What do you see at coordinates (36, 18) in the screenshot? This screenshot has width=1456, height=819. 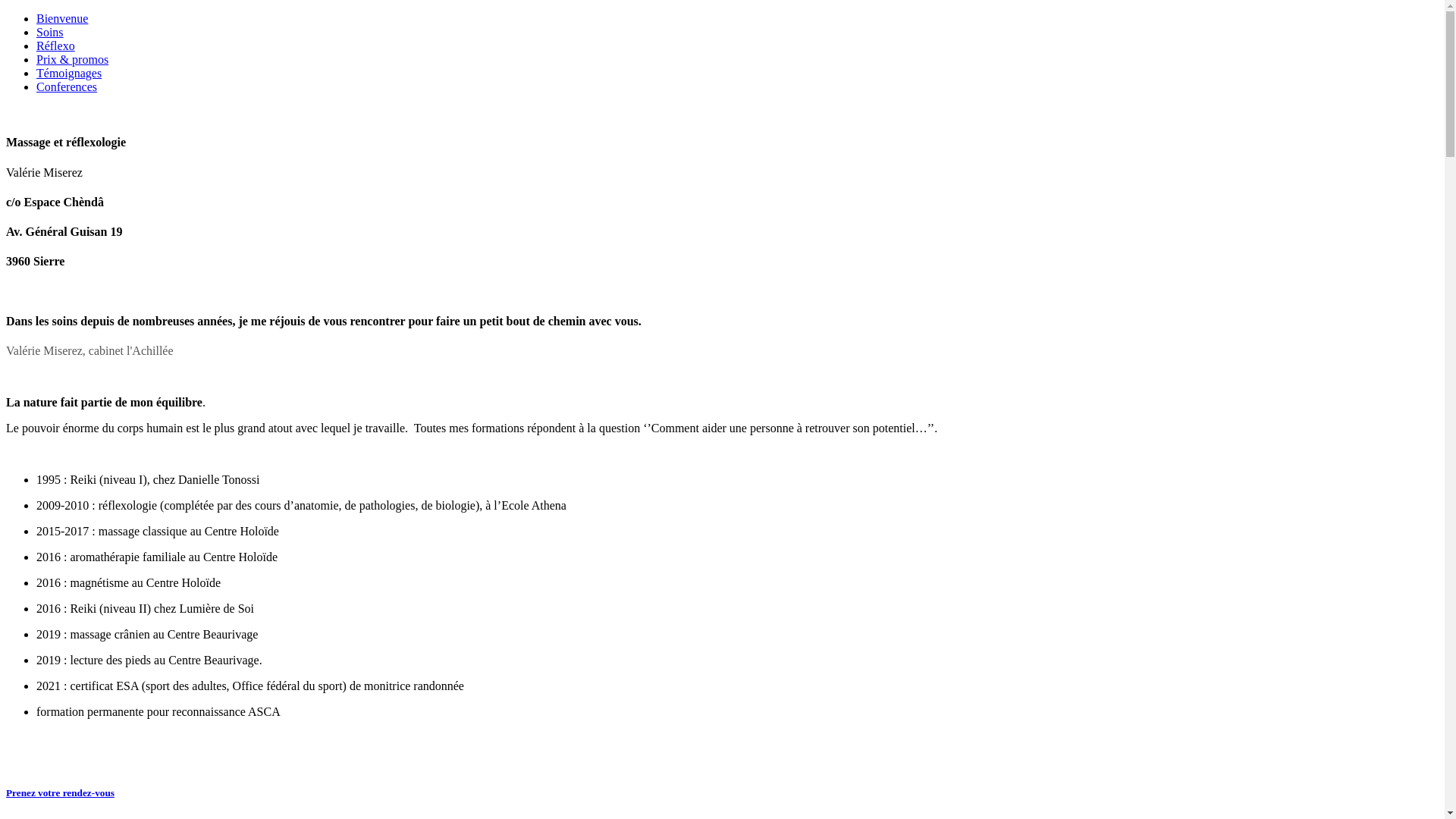 I see `'Bienvenue'` at bounding box center [36, 18].